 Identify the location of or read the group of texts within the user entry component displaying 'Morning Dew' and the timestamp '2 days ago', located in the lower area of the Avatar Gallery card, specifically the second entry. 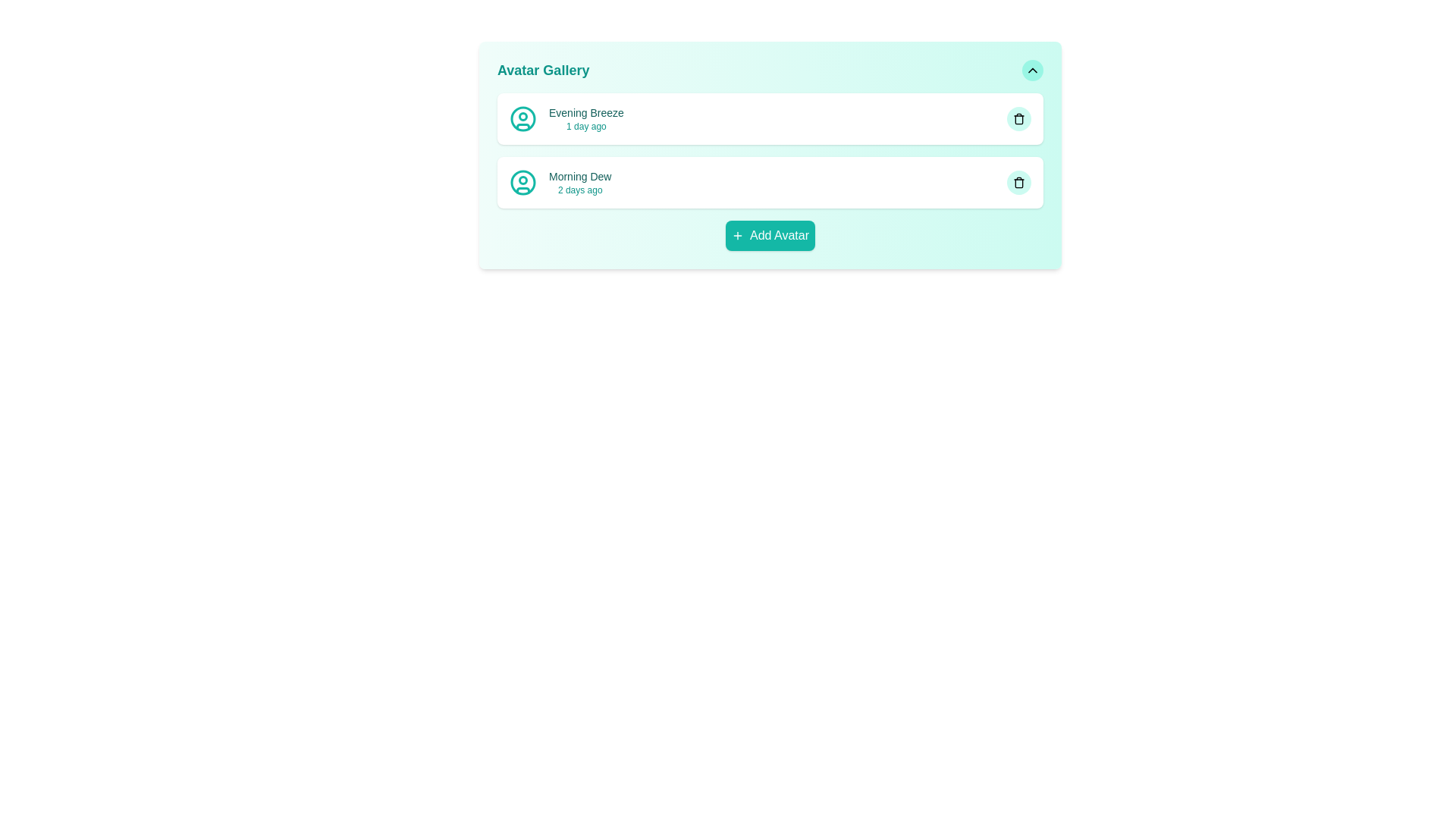
(579, 181).